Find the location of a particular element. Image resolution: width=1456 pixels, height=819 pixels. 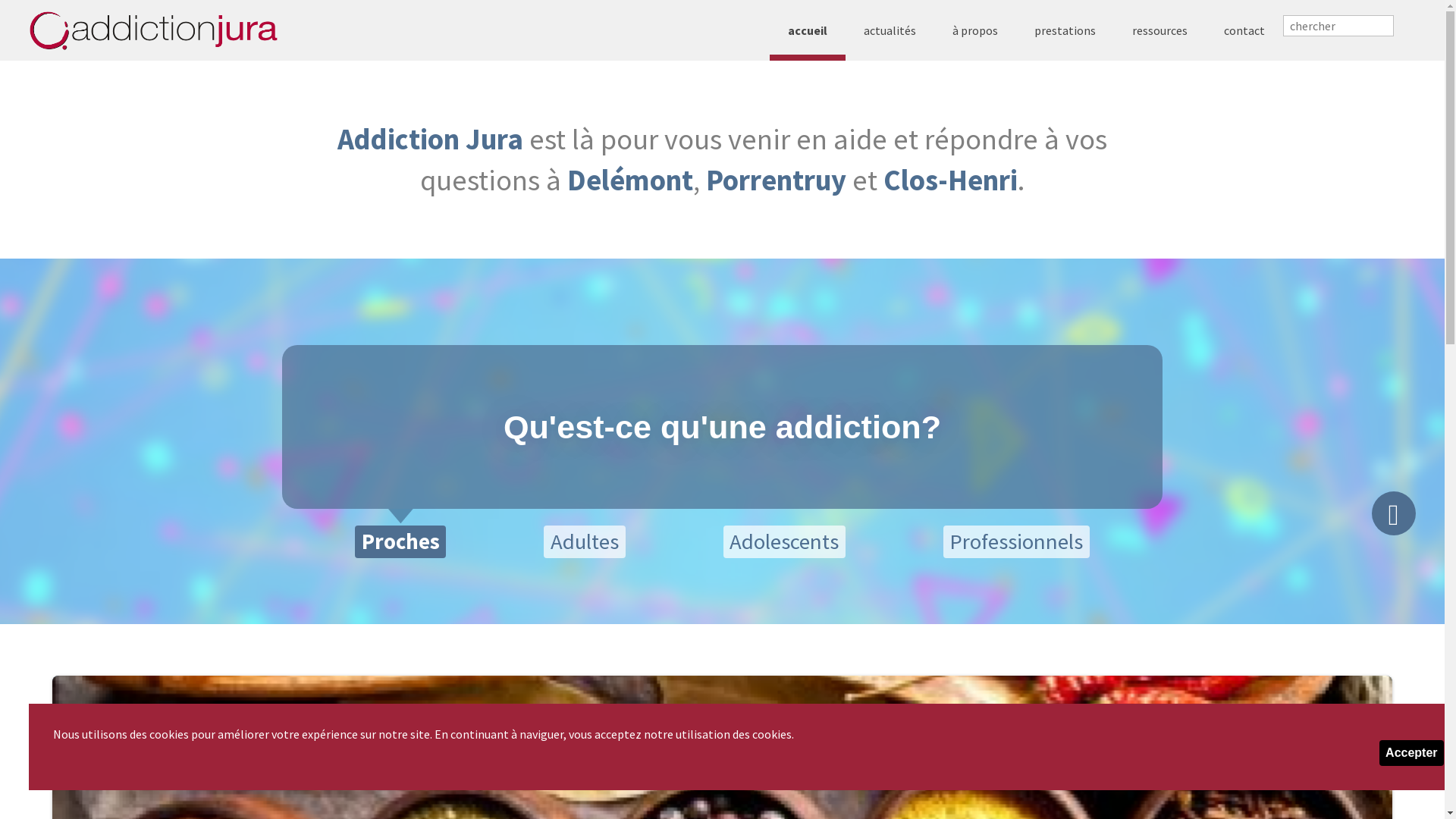

'Professionnels' is located at coordinates (1016, 540).